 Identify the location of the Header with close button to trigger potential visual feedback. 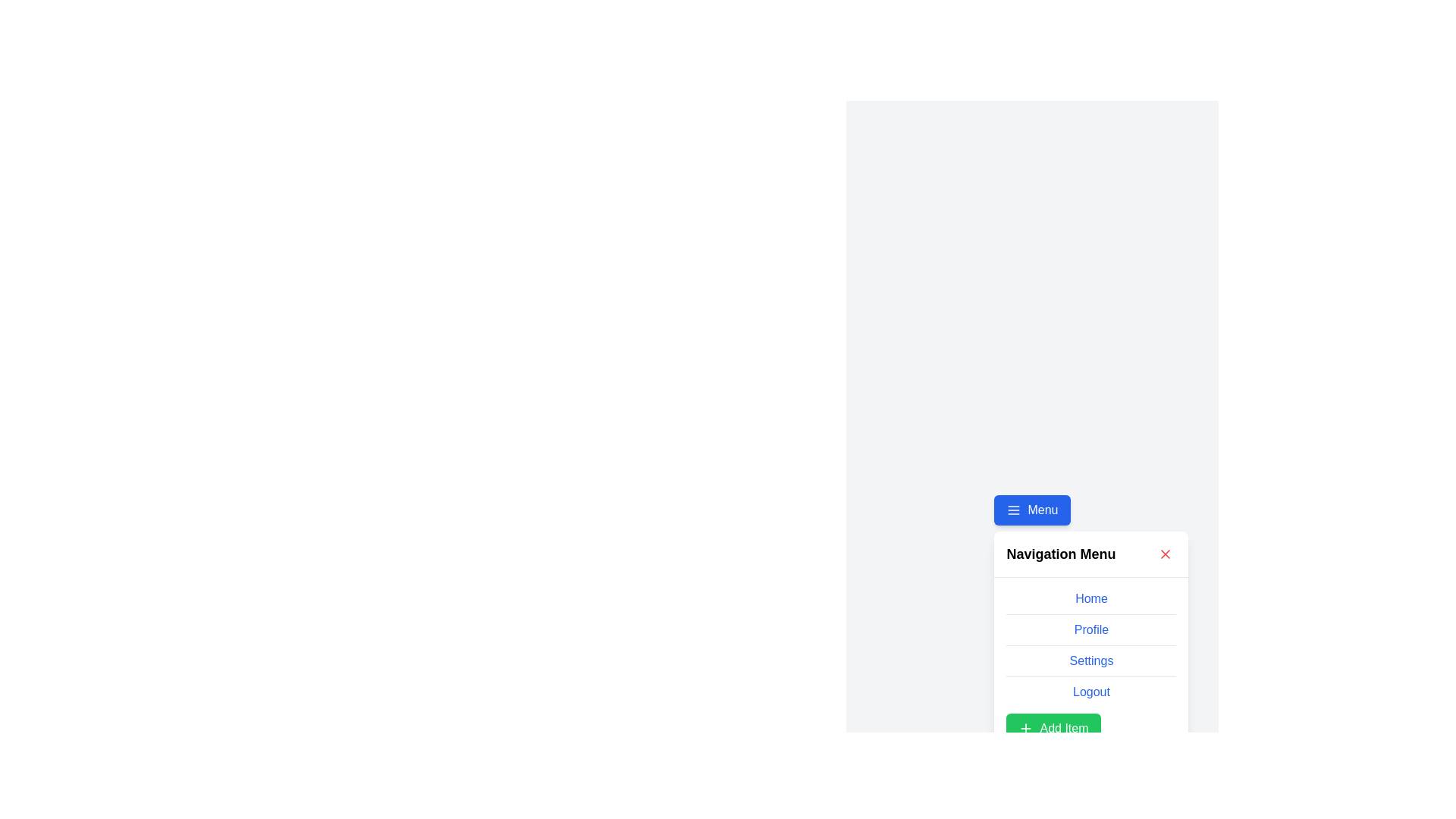
(1090, 554).